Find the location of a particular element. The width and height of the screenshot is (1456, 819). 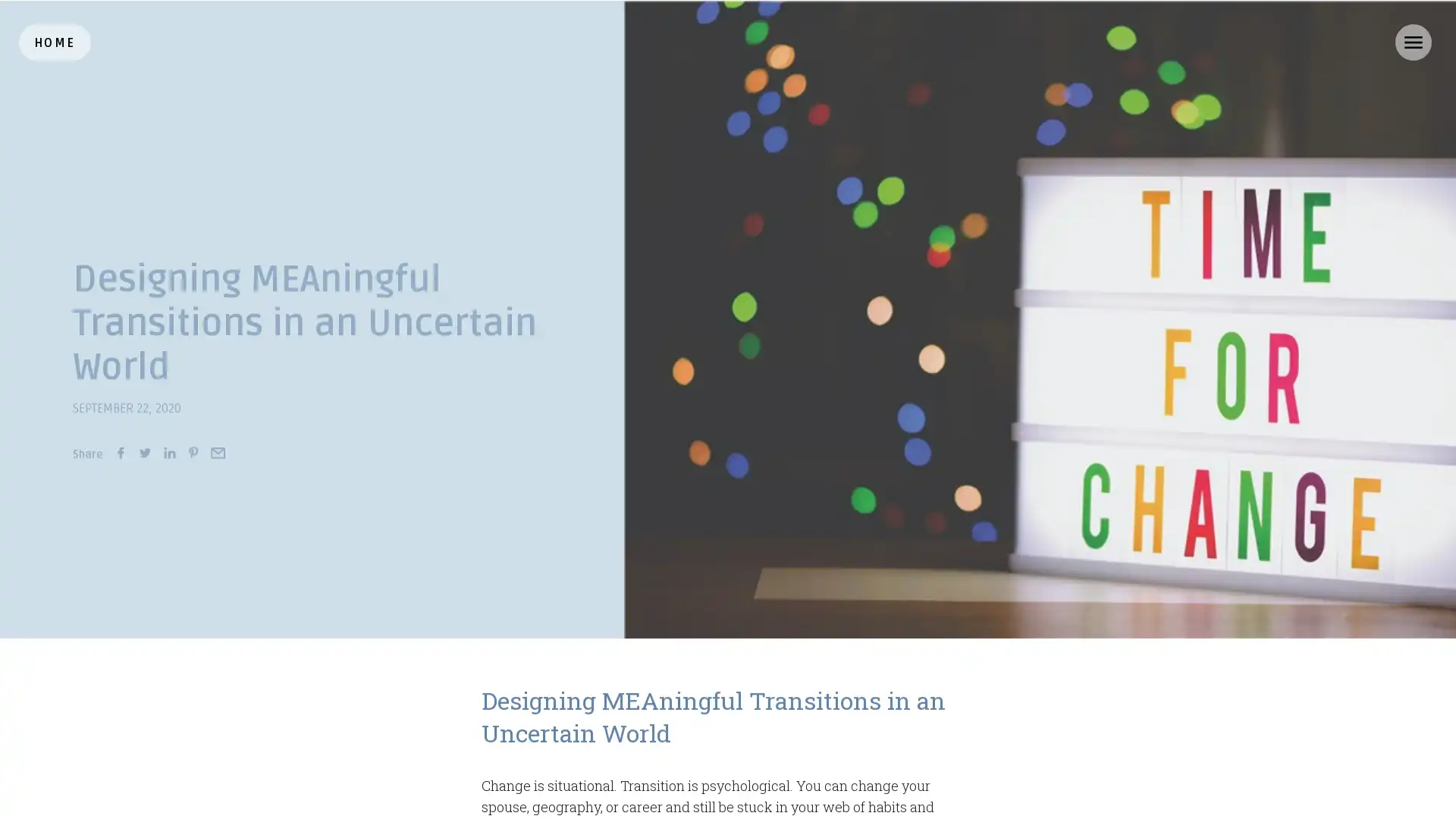

HOME is located at coordinates (55, 42).